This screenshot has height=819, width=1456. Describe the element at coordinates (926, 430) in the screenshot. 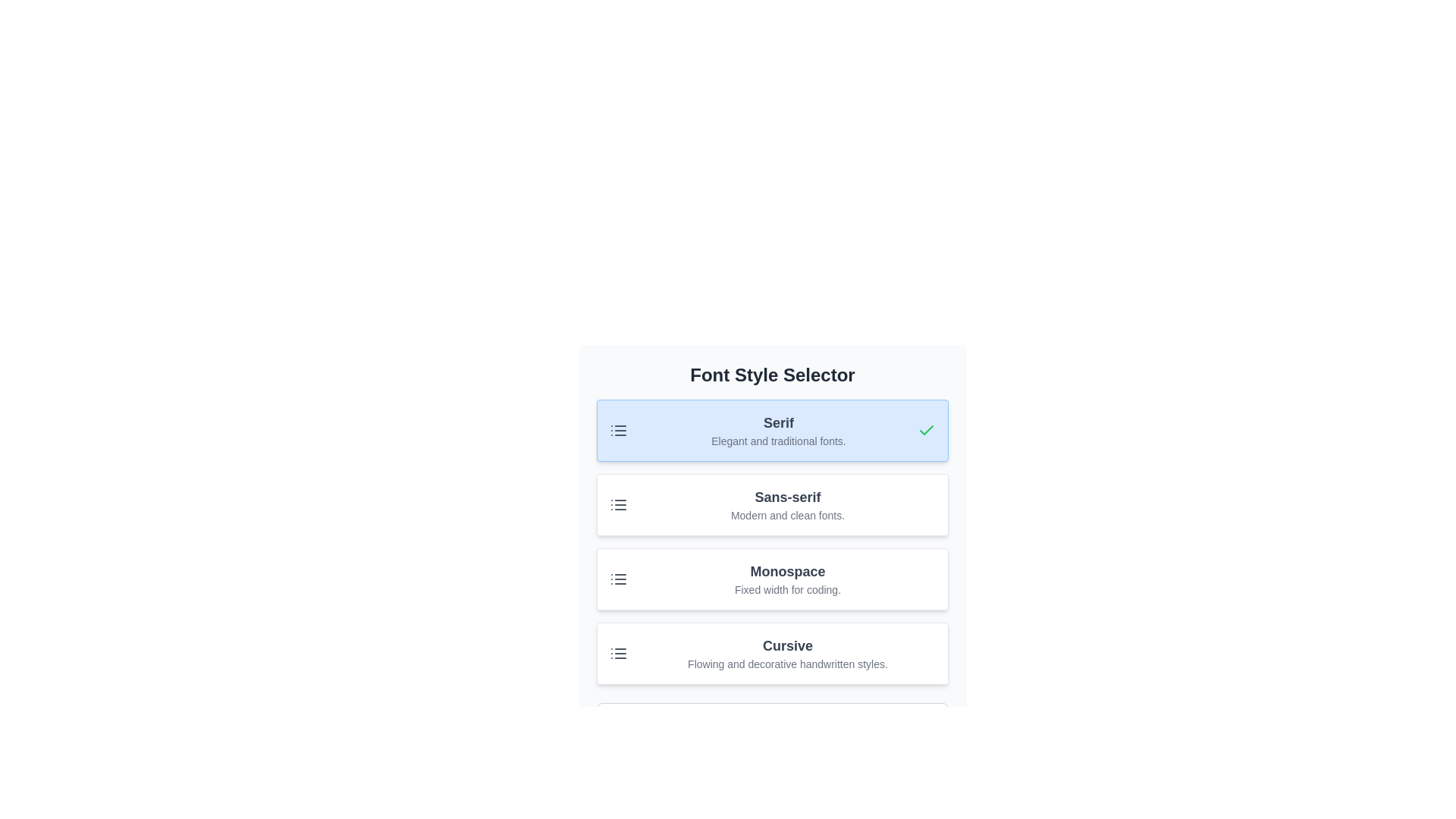

I see `the checkmark icon indicating the selection or confirmation of the 'Serif' font style option located in the top-right corner of the first option card labeled 'Serif'` at that location.